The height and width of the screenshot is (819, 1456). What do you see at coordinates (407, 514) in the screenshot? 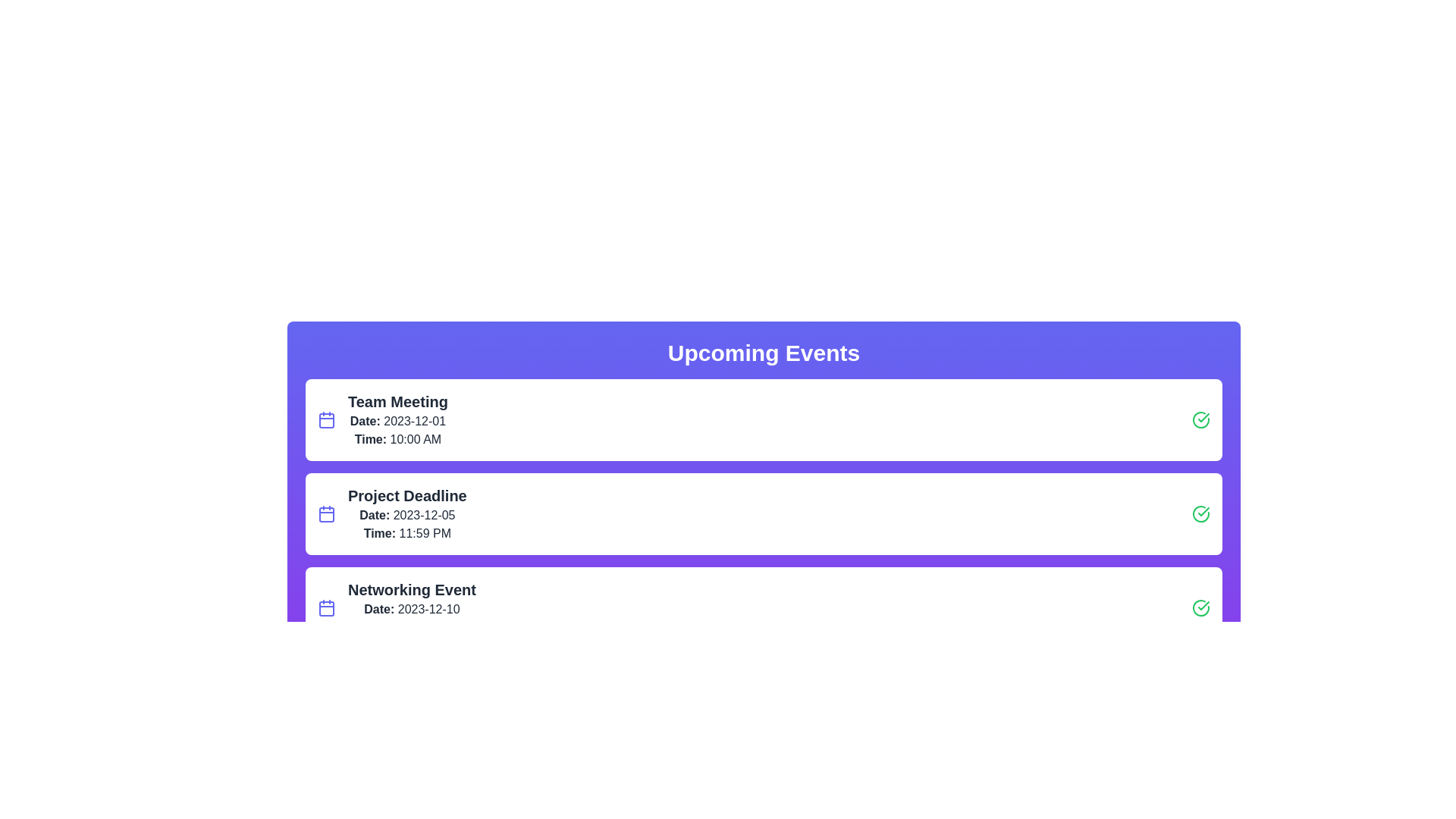
I see `the 'Date: 2023-12-05' text label in the second event card titled 'Project Deadline'` at bounding box center [407, 514].